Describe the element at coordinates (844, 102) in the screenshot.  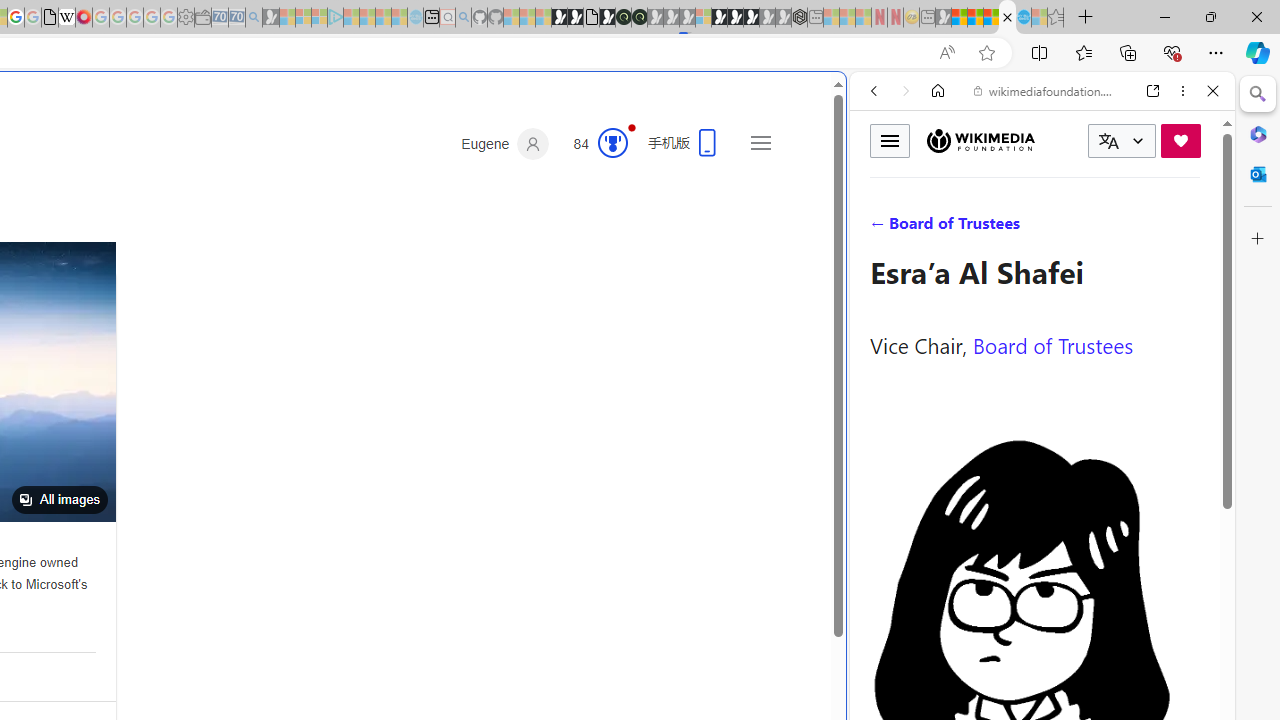
I see `'Close split screen'` at that location.